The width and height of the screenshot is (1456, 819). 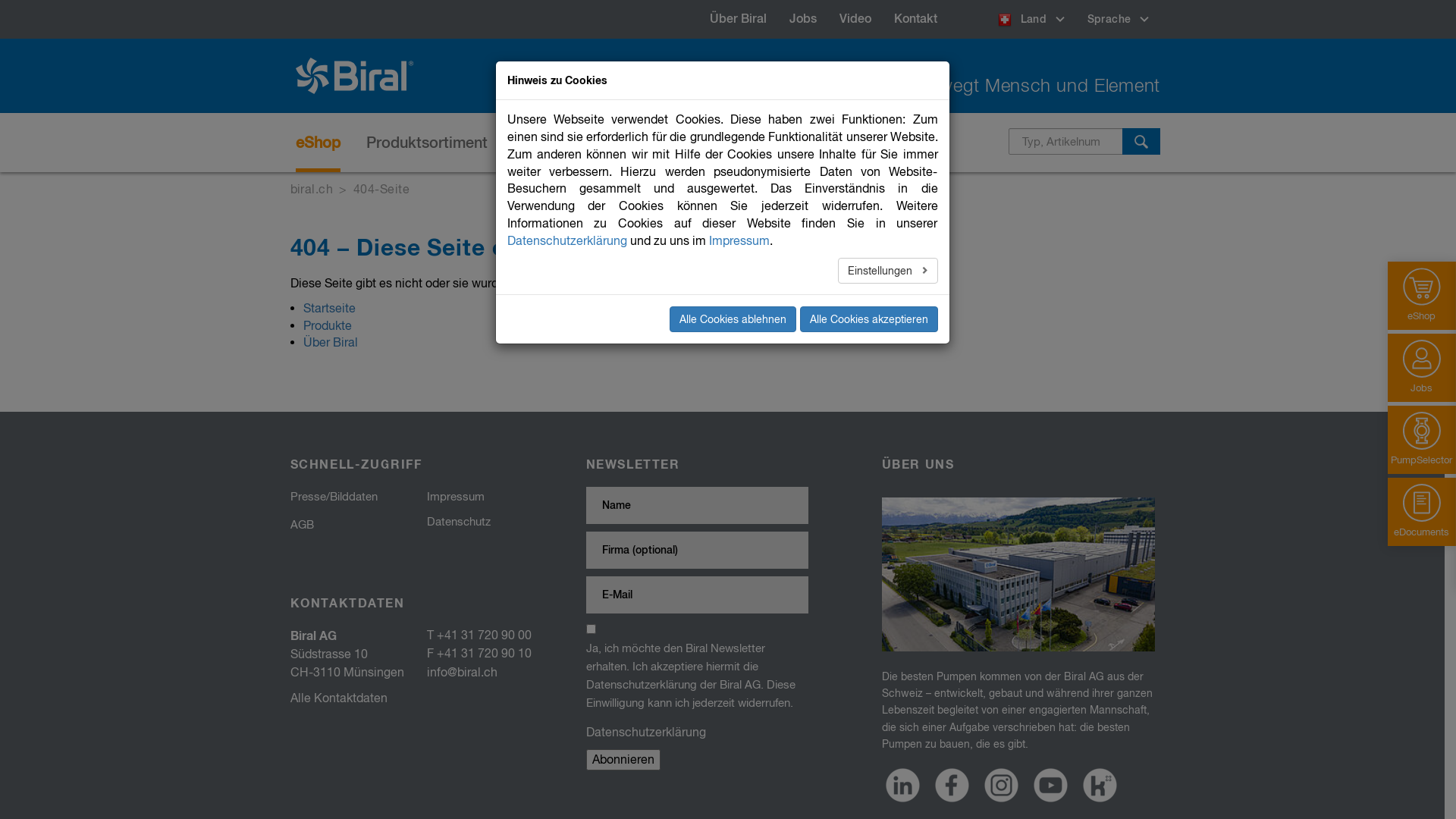 I want to click on 'Abonnieren', so click(x=622, y=760).